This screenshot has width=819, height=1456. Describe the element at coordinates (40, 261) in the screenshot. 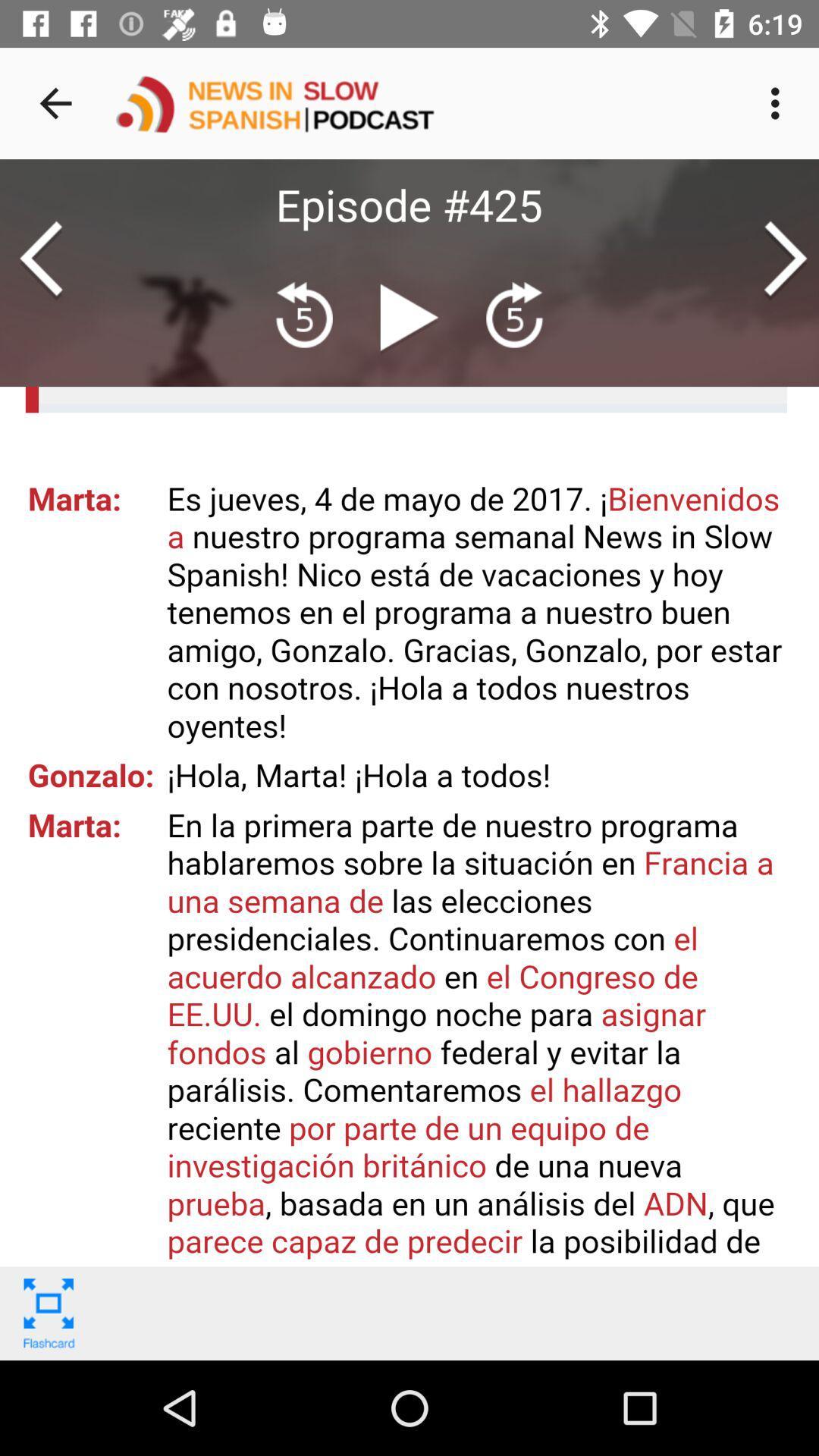

I see `the arrow_backward icon` at that location.